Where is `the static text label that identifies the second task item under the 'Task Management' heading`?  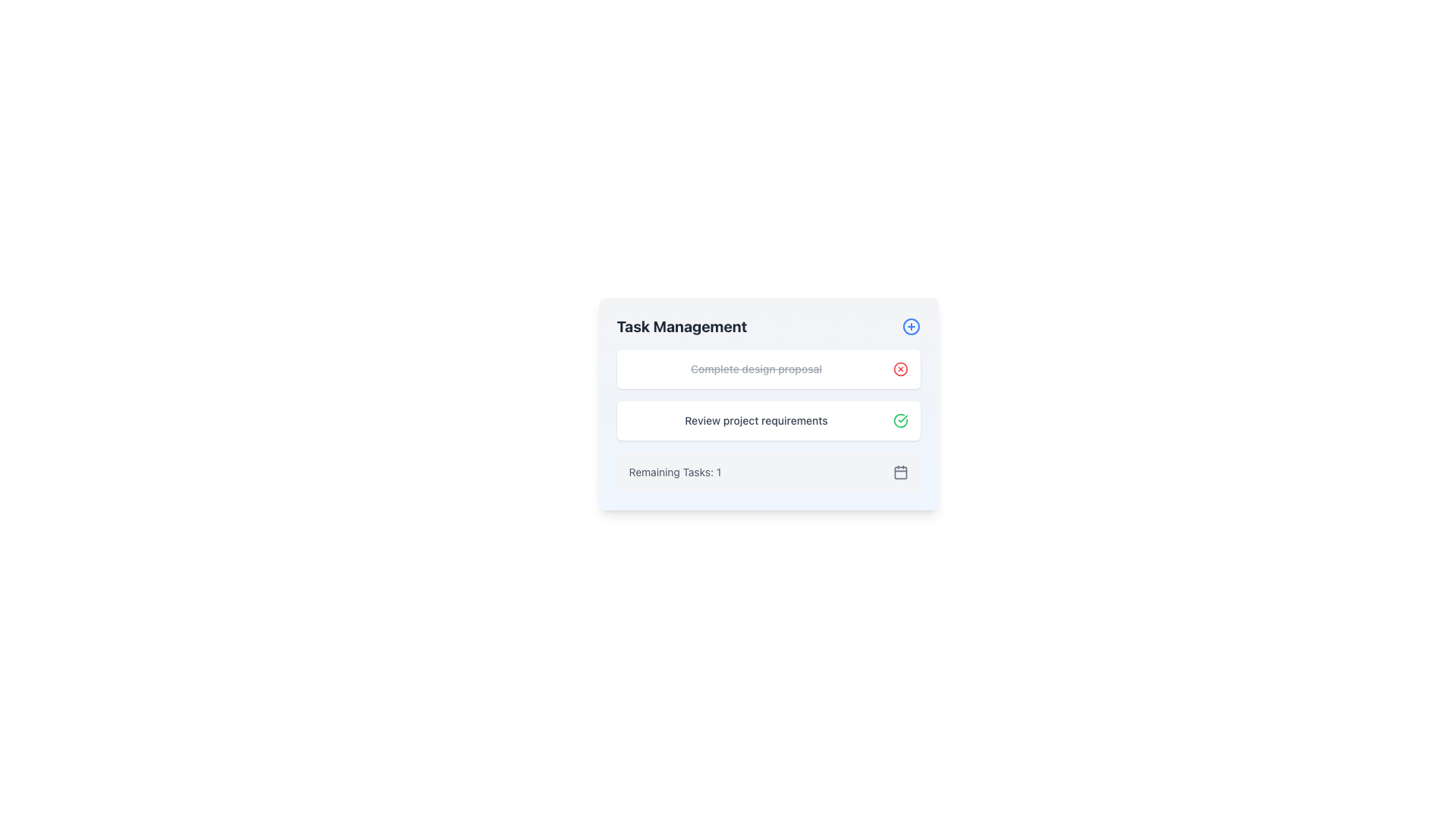
the static text label that identifies the second task item under the 'Task Management' heading is located at coordinates (756, 421).